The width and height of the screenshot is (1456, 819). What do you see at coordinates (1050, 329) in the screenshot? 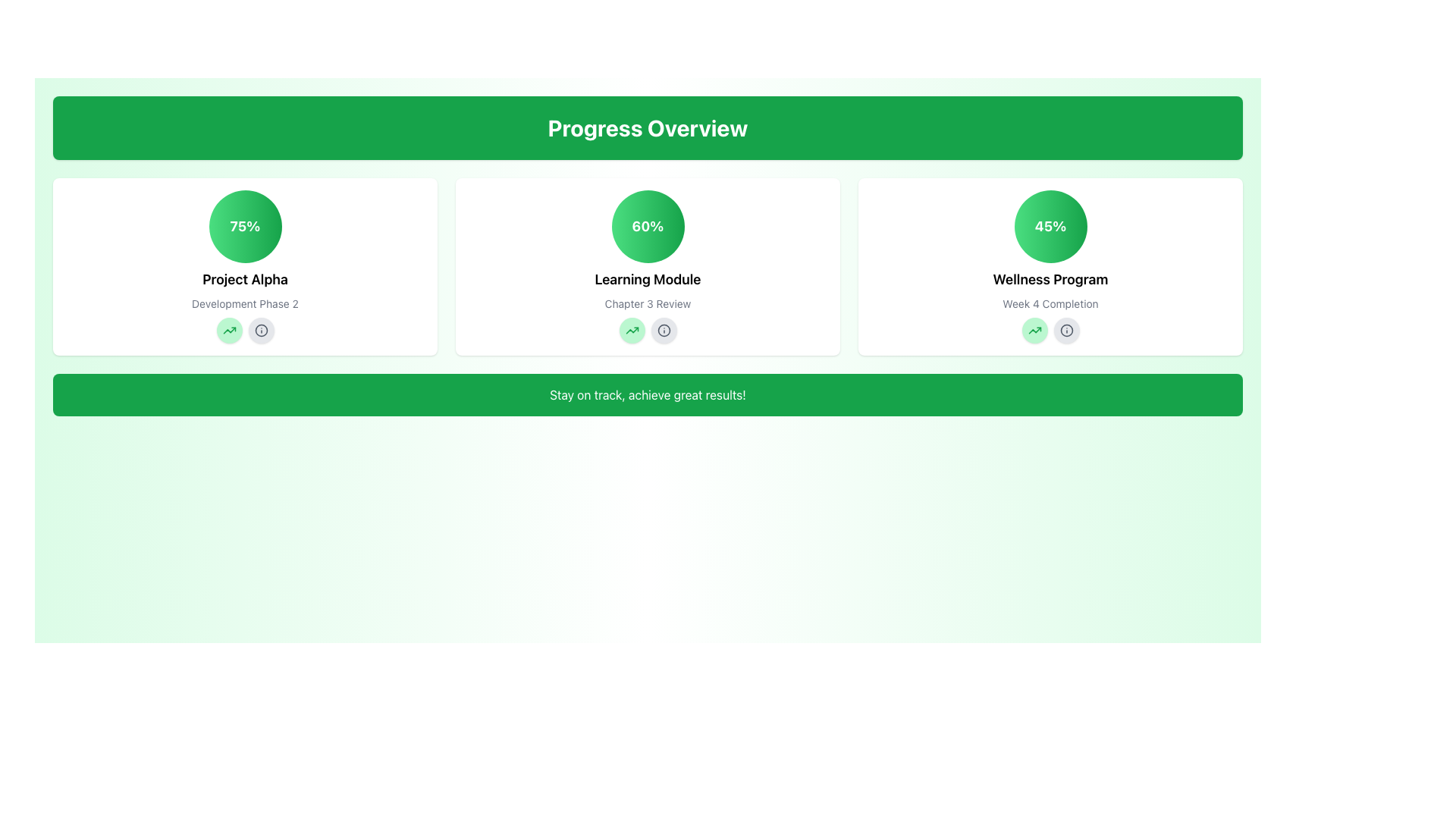
I see `the graphical set of icons nested within circular buttons located below the 'Wellness Program Week 4 Completion' section` at bounding box center [1050, 329].